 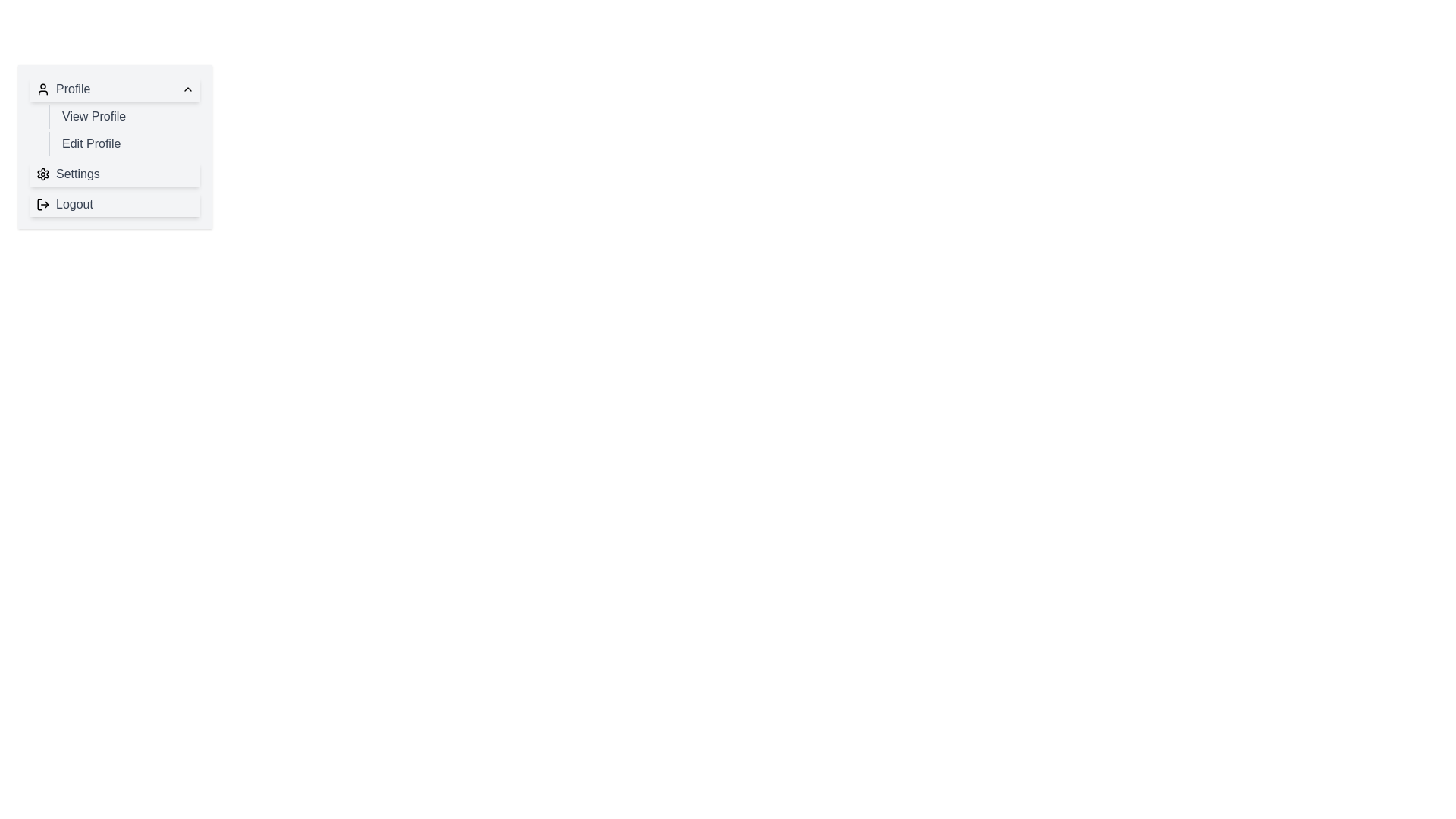 What do you see at coordinates (72, 89) in the screenshot?
I see `the Text Label located on the right side of the user icon in the header area of the settings menu layout, which serves as a title or context cue` at bounding box center [72, 89].